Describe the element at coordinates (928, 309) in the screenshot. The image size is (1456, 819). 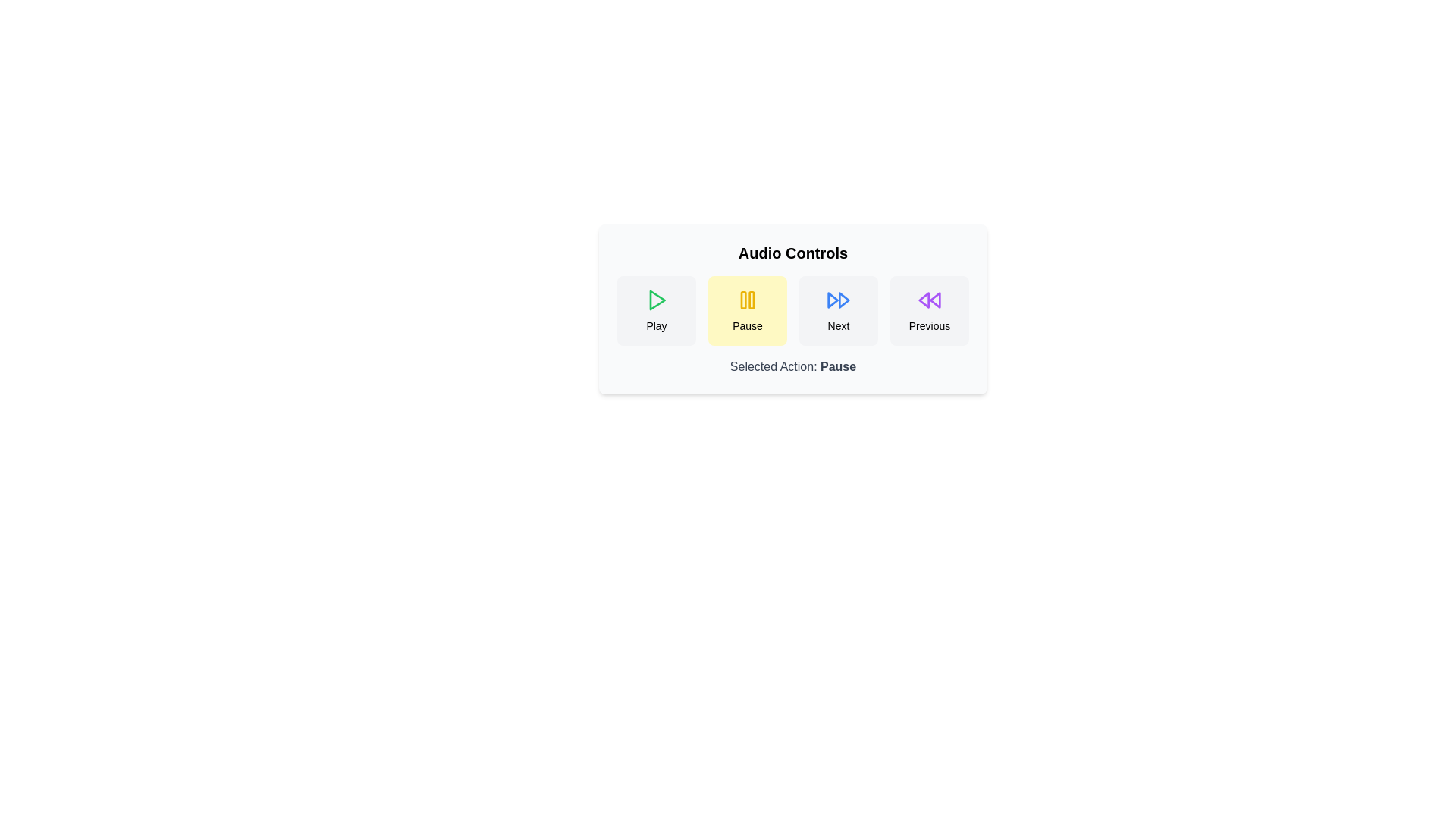
I see `the action Previous by clicking on the corresponding button` at that location.